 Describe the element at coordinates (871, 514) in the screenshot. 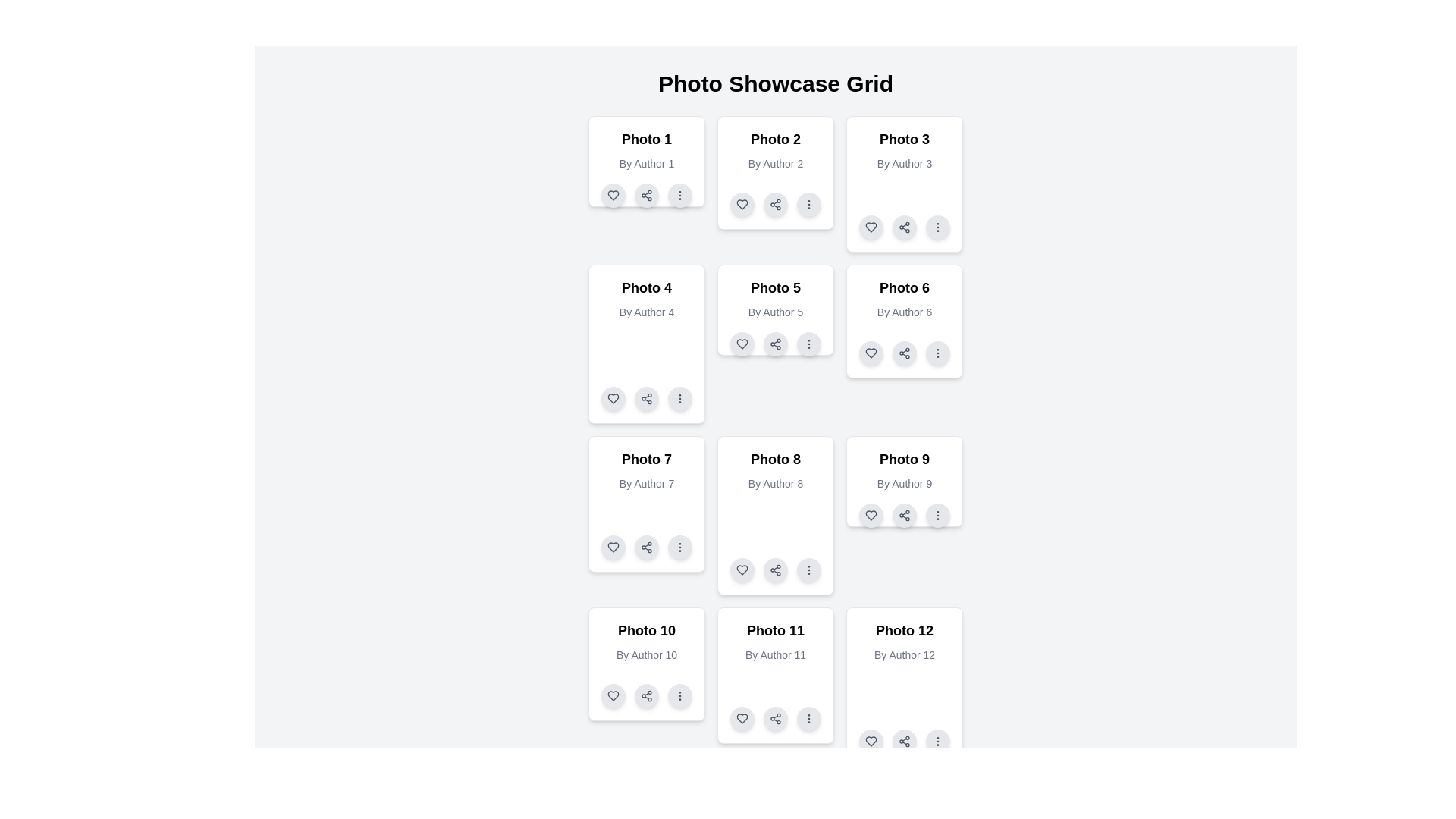

I see `the circular button with a light gray background and heart icon` at that location.